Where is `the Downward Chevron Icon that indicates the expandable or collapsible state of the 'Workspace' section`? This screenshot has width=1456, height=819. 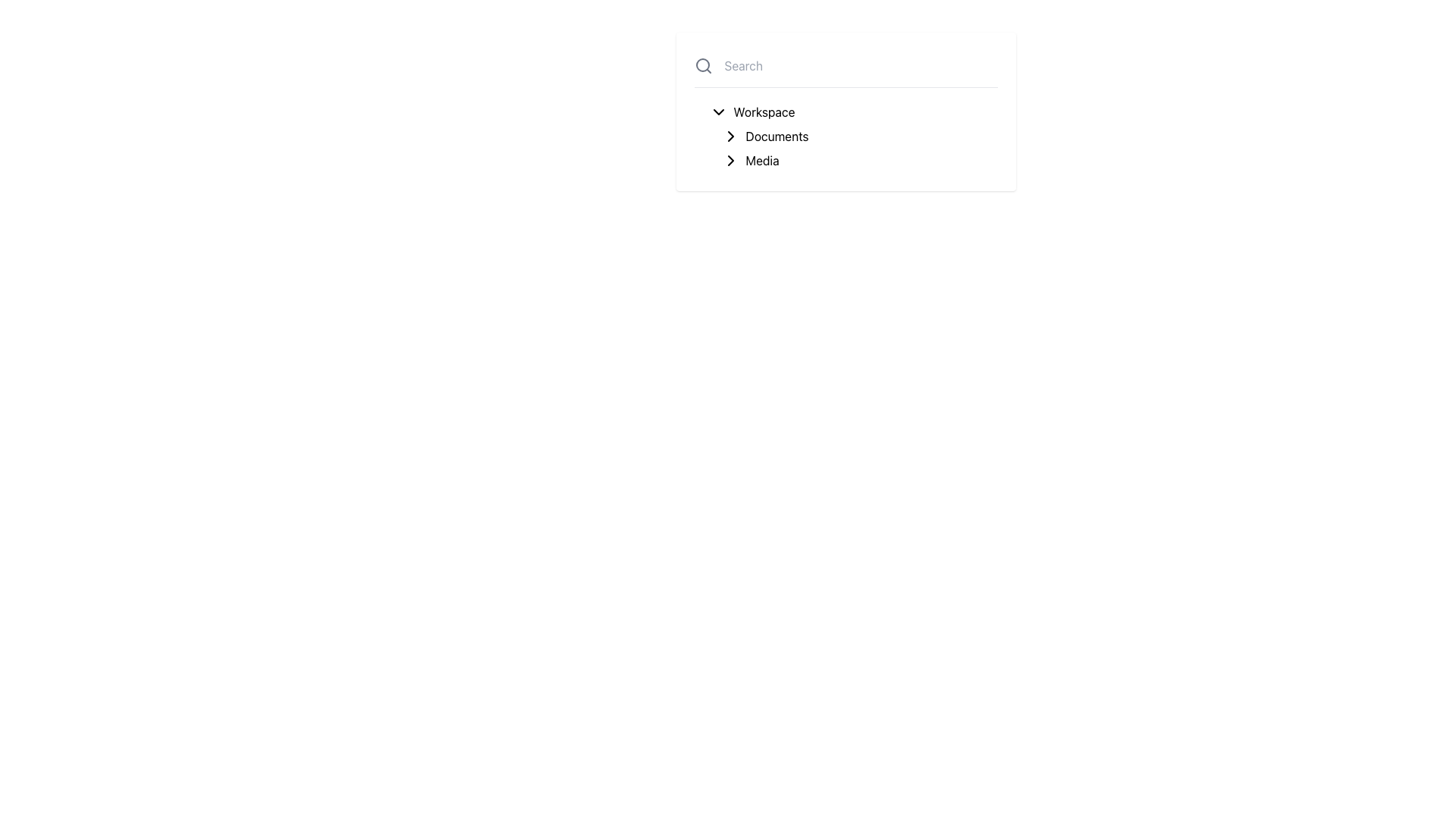 the Downward Chevron Icon that indicates the expandable or collapsible state of the 'Workspace' section is located at coordinates (717, 111).